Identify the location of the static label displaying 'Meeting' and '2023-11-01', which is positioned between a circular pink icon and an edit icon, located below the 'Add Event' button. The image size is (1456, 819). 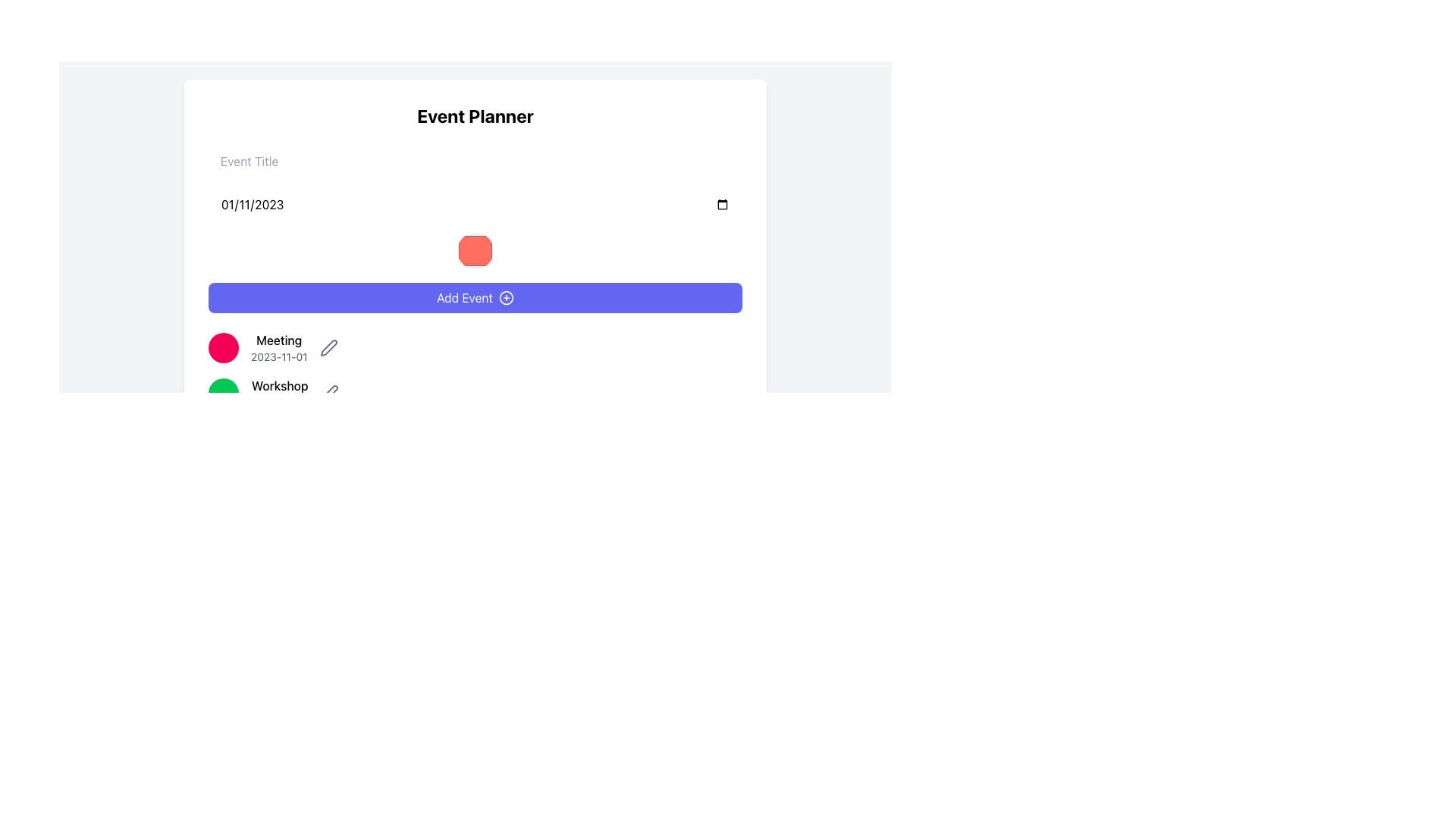
(279, 348).